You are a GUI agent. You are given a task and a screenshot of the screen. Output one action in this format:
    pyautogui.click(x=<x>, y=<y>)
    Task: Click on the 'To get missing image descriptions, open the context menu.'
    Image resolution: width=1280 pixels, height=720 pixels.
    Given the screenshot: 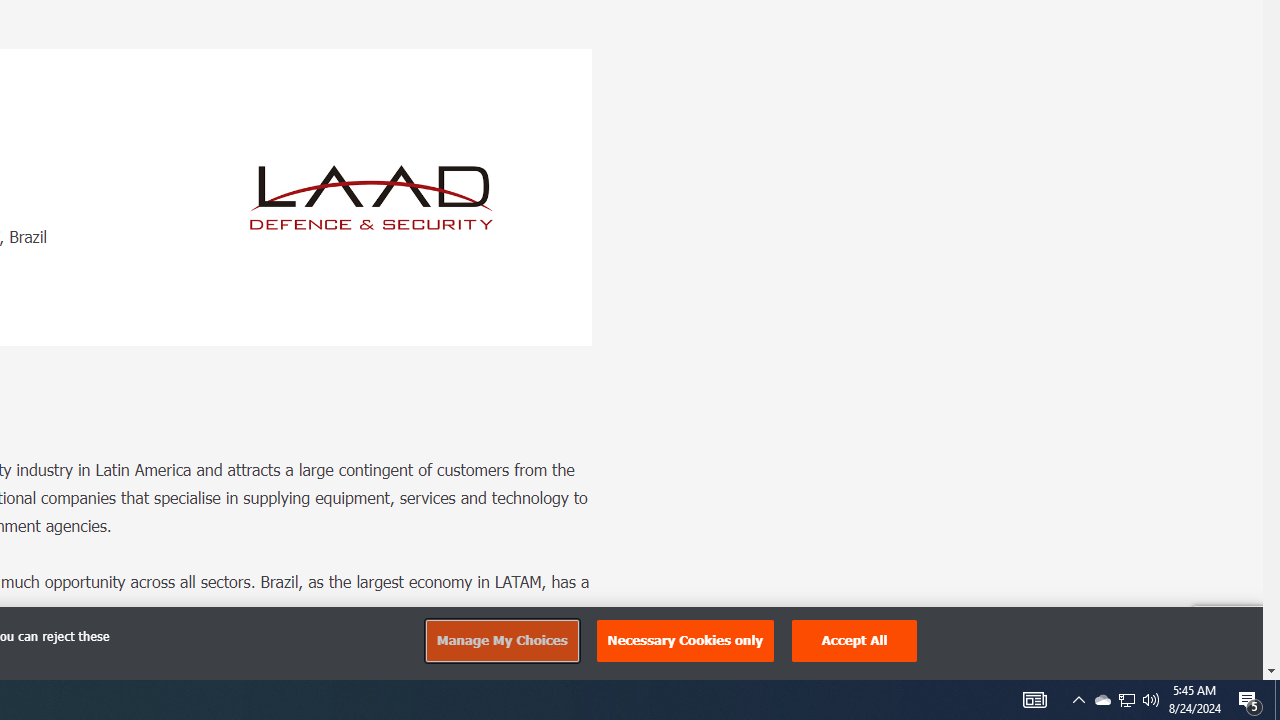 What is the action you would take?
    pyautogui.click(x=371, y=197)
    